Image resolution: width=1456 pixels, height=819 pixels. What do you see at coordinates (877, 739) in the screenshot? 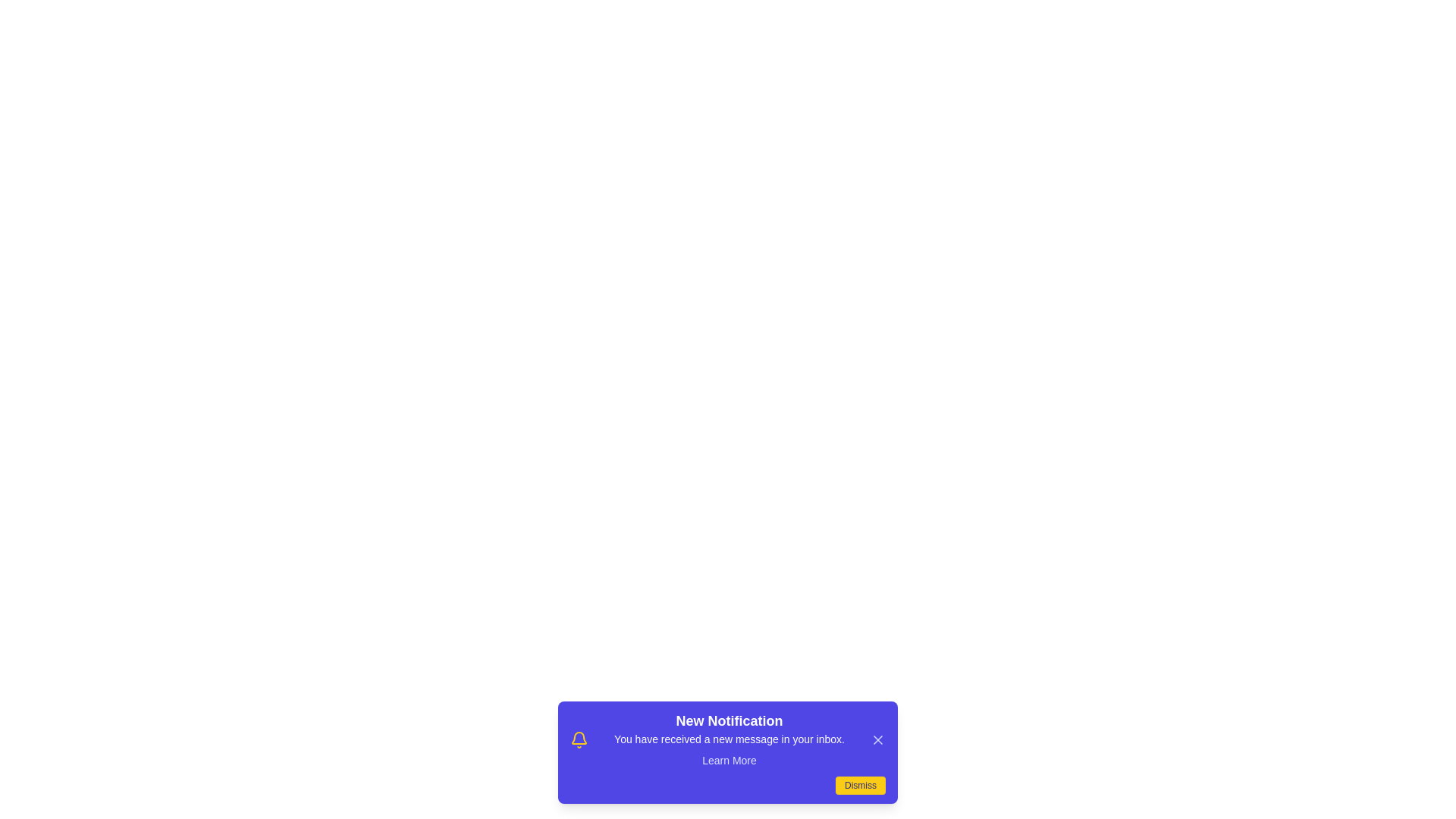
I see `the close icon (X) to hide the notification` at bounding box center [877, 739].